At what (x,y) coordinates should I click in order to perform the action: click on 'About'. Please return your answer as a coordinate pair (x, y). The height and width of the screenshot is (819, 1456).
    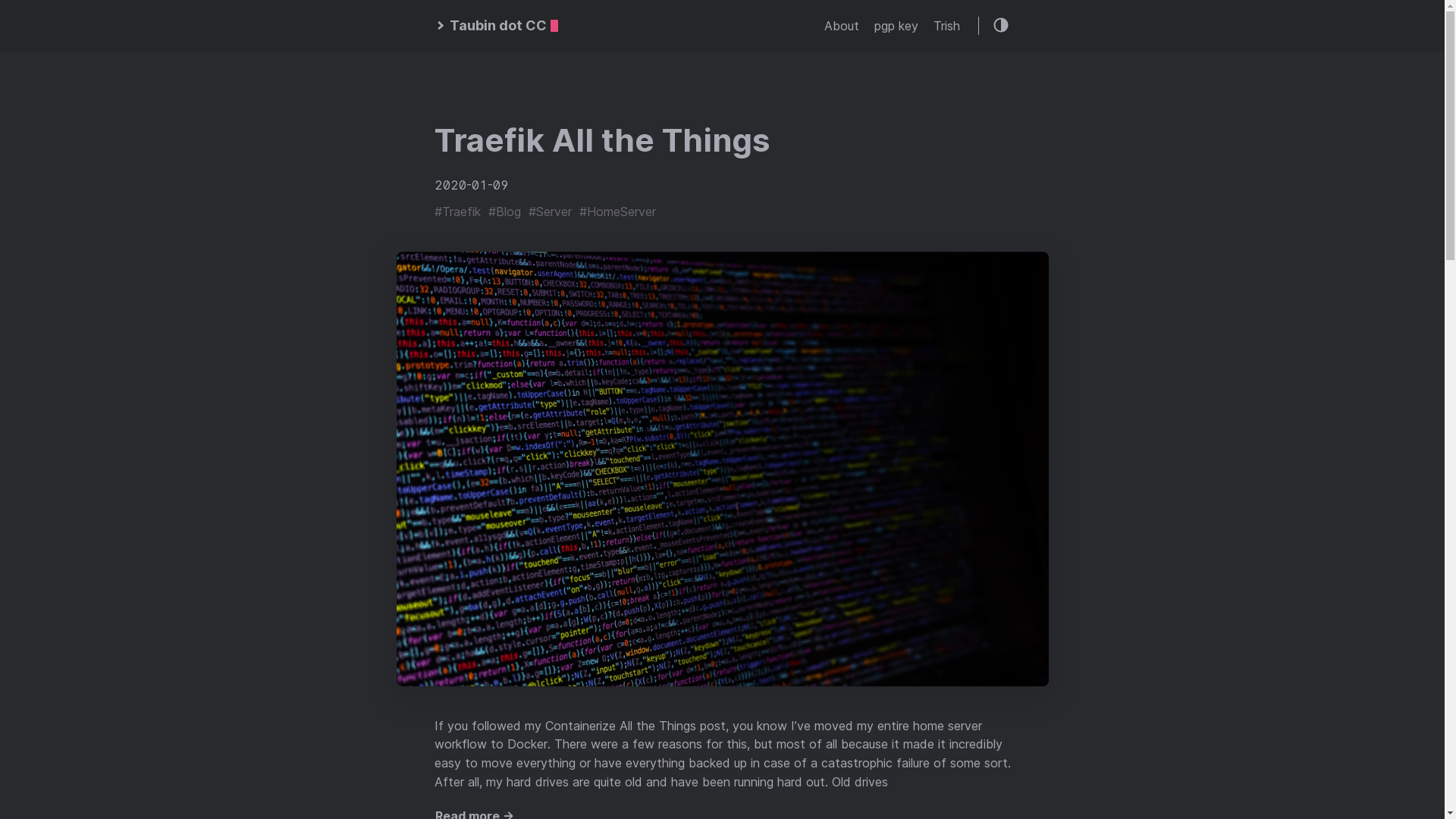
    Looking at the image, I should click on (839, 26).